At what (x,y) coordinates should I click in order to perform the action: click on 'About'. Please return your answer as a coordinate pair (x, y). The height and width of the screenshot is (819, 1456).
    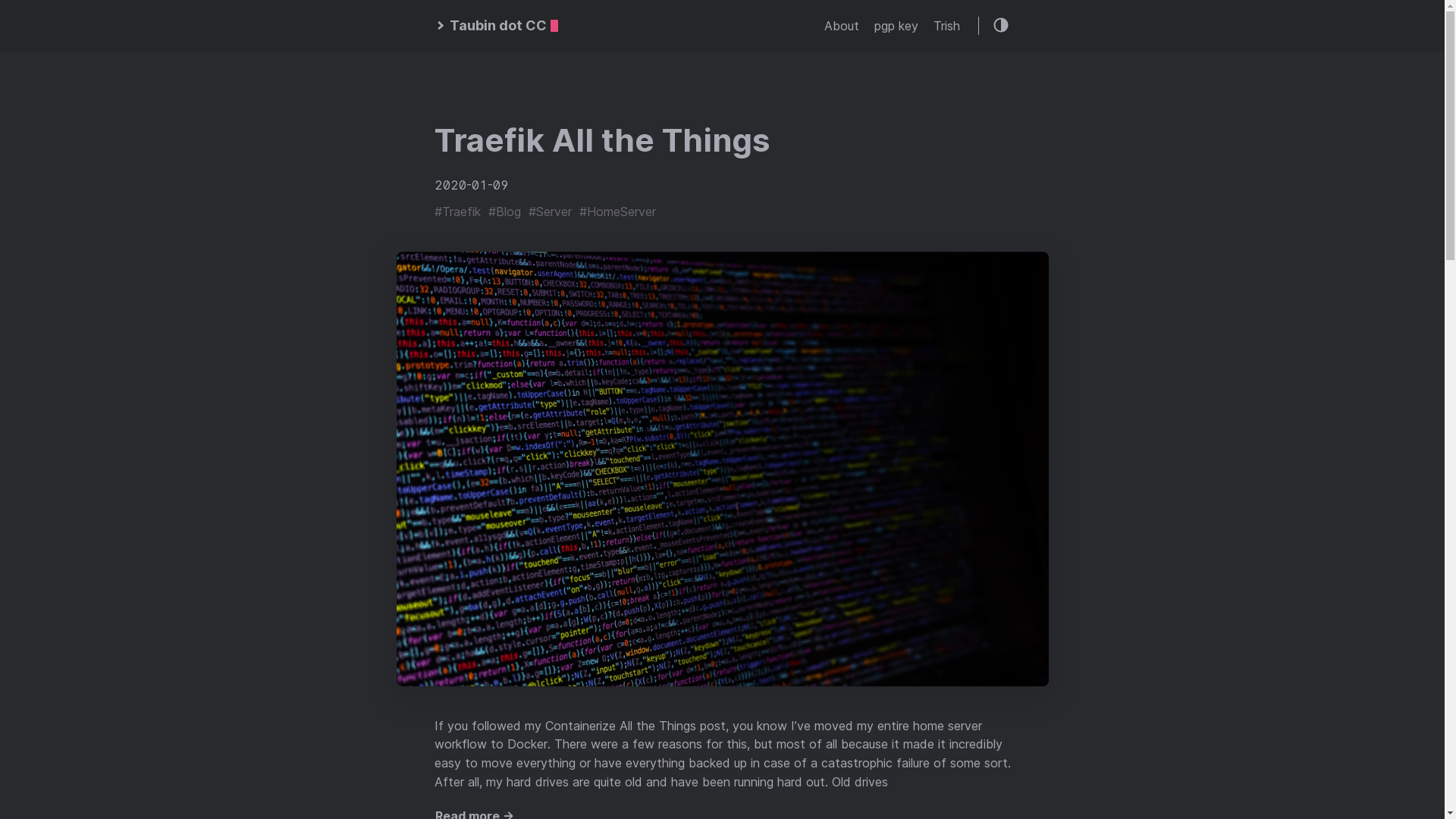
    Looking at the image, I should click on (839, 26).